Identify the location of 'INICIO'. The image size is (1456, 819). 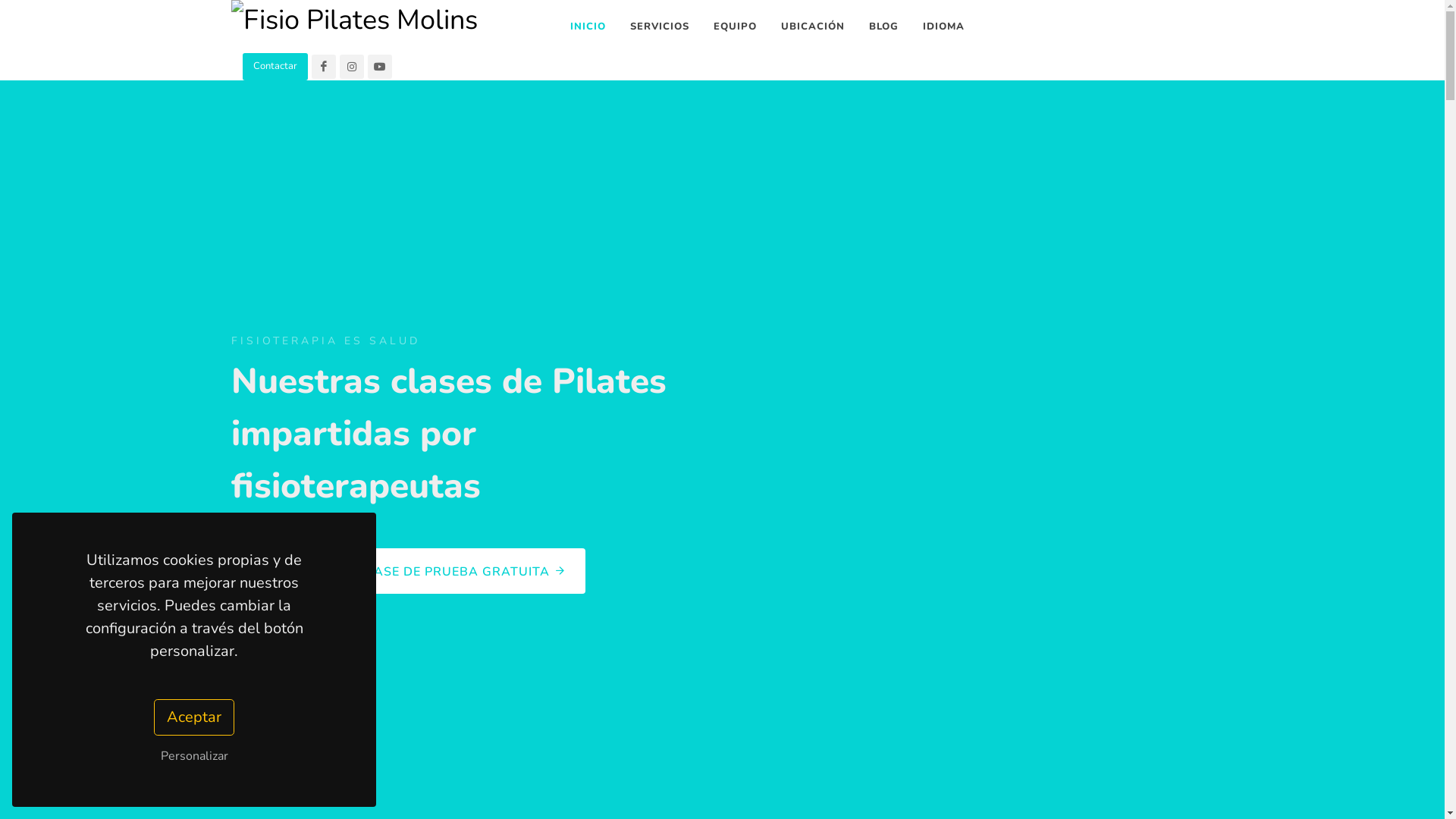
(586, 26).